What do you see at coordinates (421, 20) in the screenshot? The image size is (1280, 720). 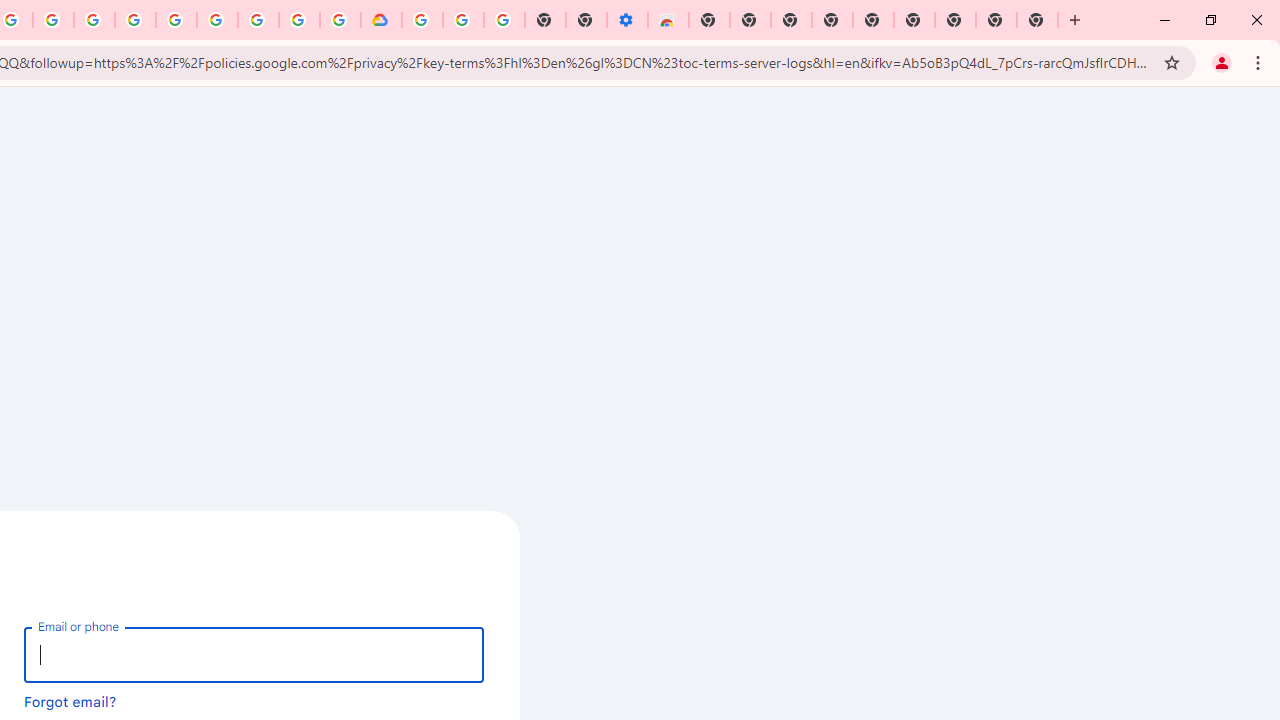 I see `'Sign in - Google Accounts'` at bounding box center [421, 20].